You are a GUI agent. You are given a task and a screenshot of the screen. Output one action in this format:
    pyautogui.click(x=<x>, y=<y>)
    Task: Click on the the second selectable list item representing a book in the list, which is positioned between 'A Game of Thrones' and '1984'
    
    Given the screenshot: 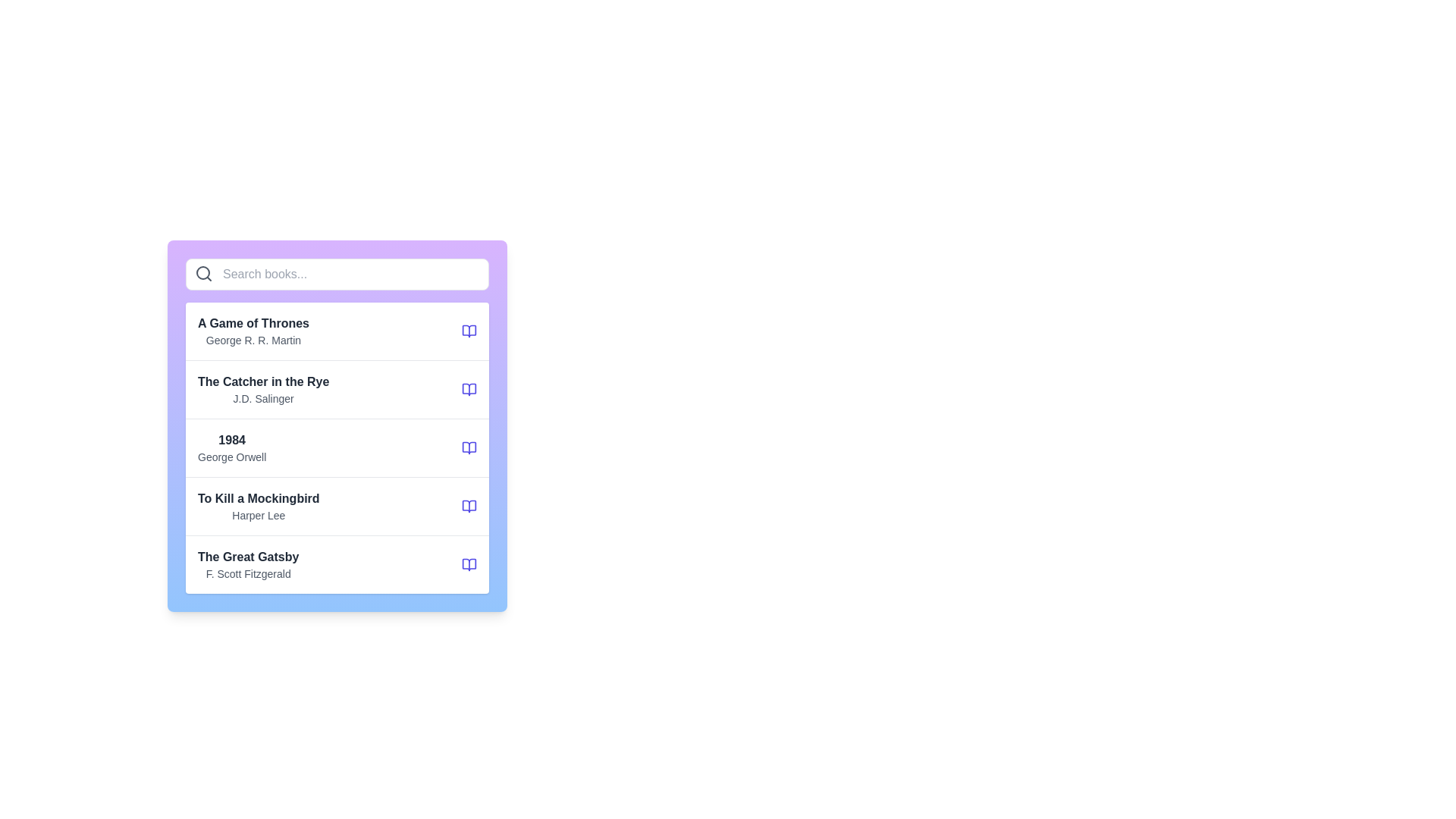 What is the action you would take?
    pyautogui.click(x=337, y=388)
    